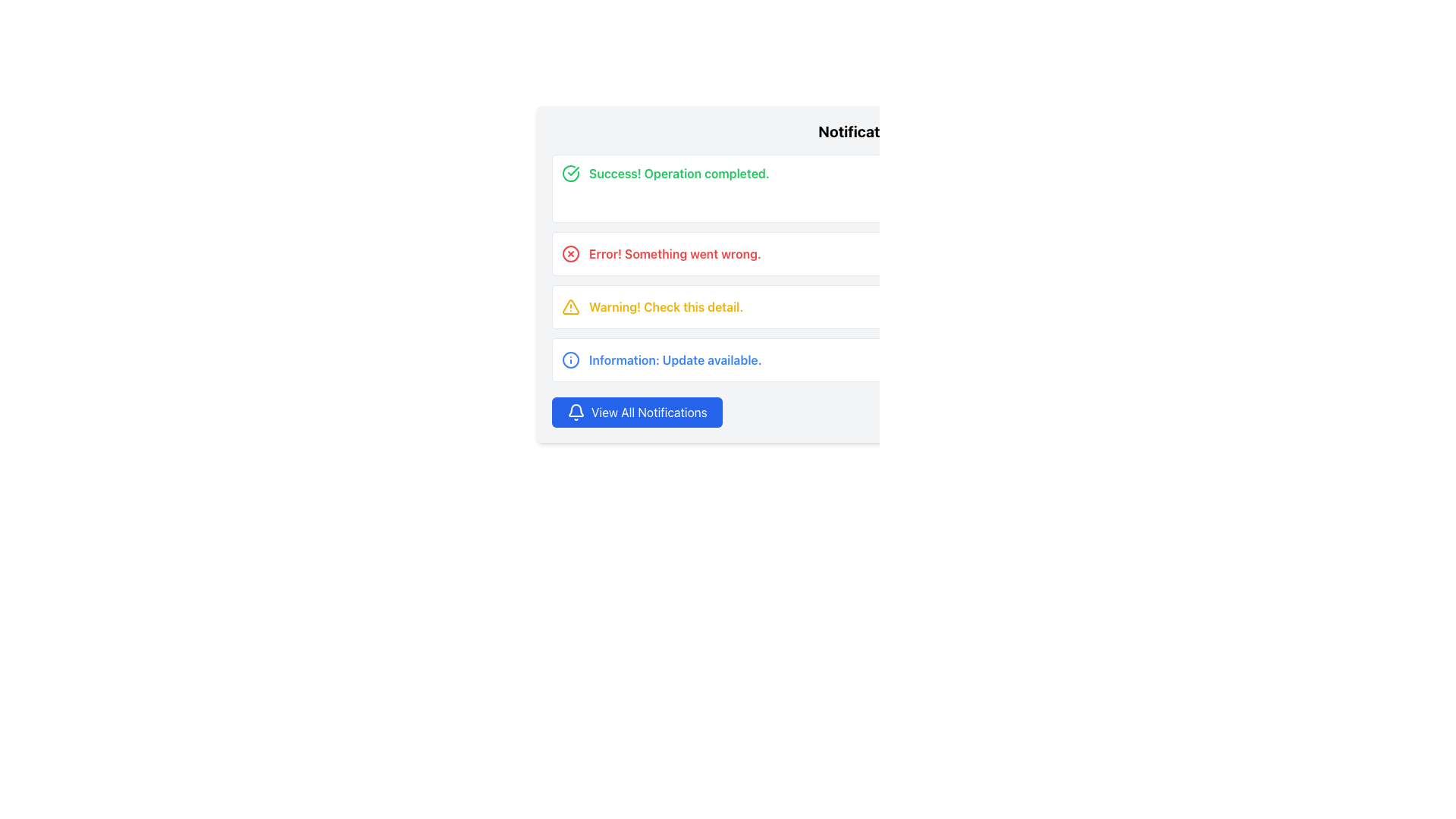 The width and height of the screenshot is (1456, 819). What do you see at coordinates (698, 284) in the screenshot?
I see `the warning notification alert conveying an important issue in the Notification Dashboard` at bounding box center [698, 284].